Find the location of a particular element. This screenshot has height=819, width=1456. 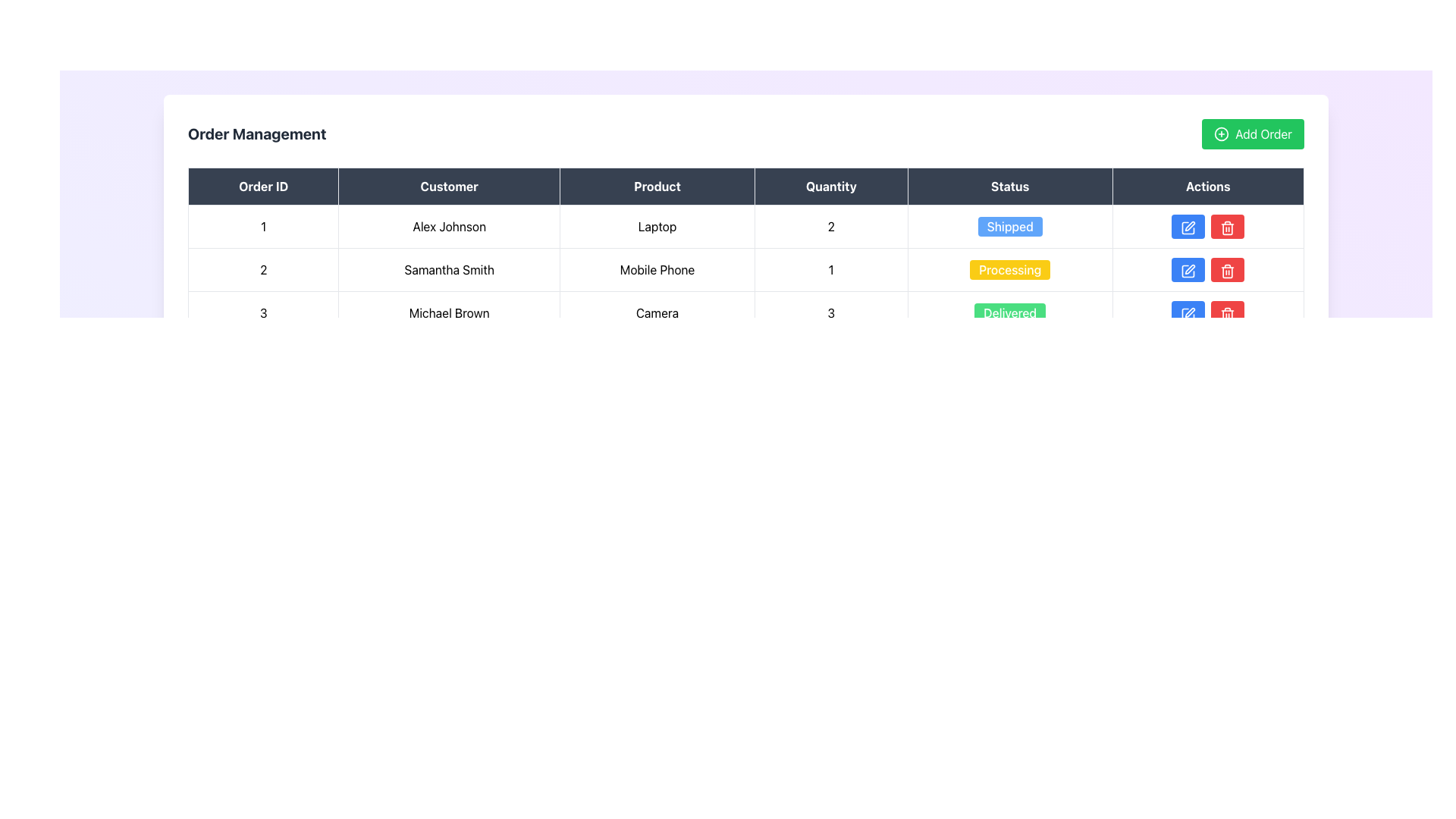

the icon located on the left side of the 'Add Order' button is located at coordinates (1222, 133).